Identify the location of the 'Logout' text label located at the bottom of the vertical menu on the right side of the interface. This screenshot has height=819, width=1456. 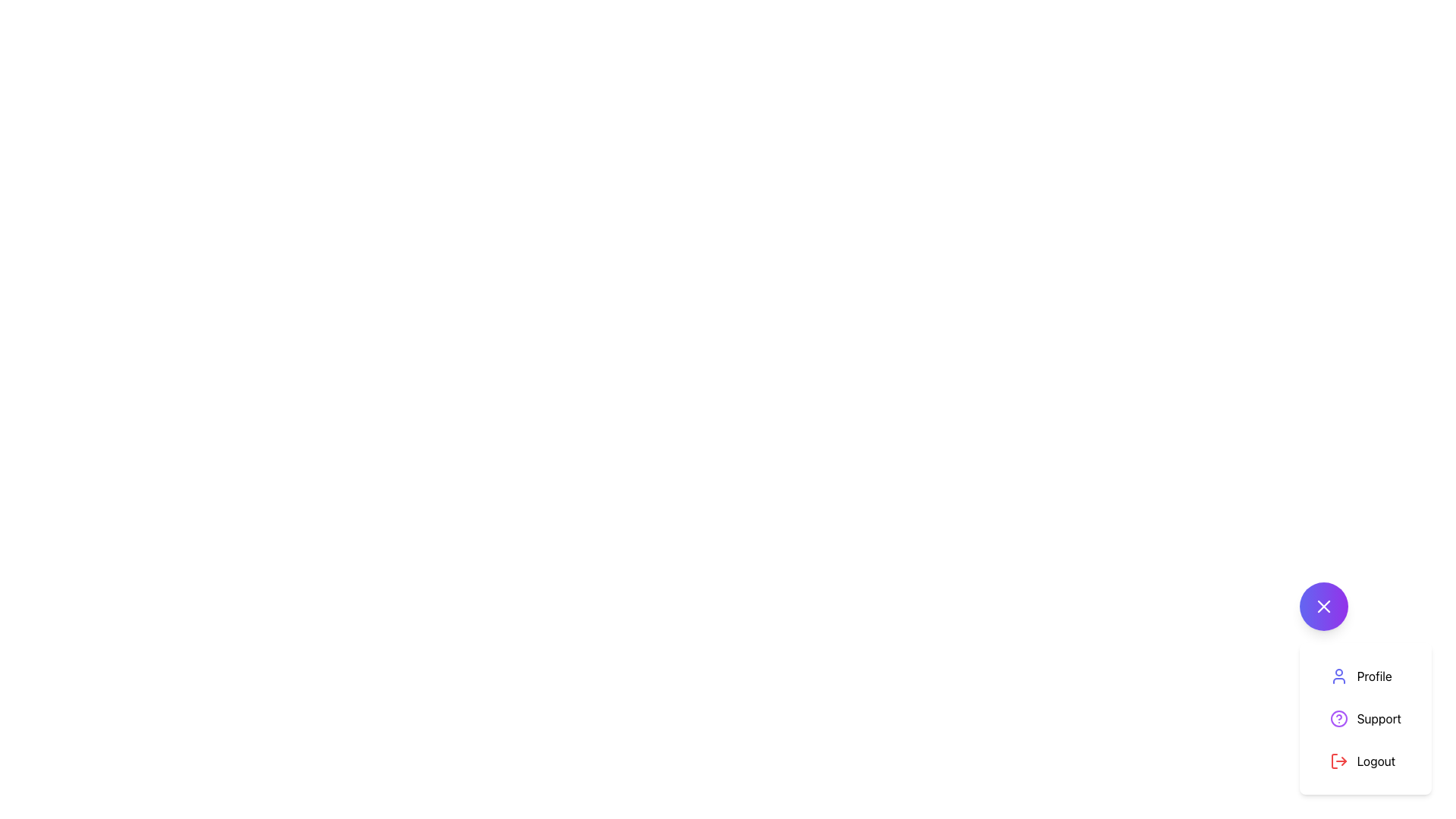
(1376, 761).